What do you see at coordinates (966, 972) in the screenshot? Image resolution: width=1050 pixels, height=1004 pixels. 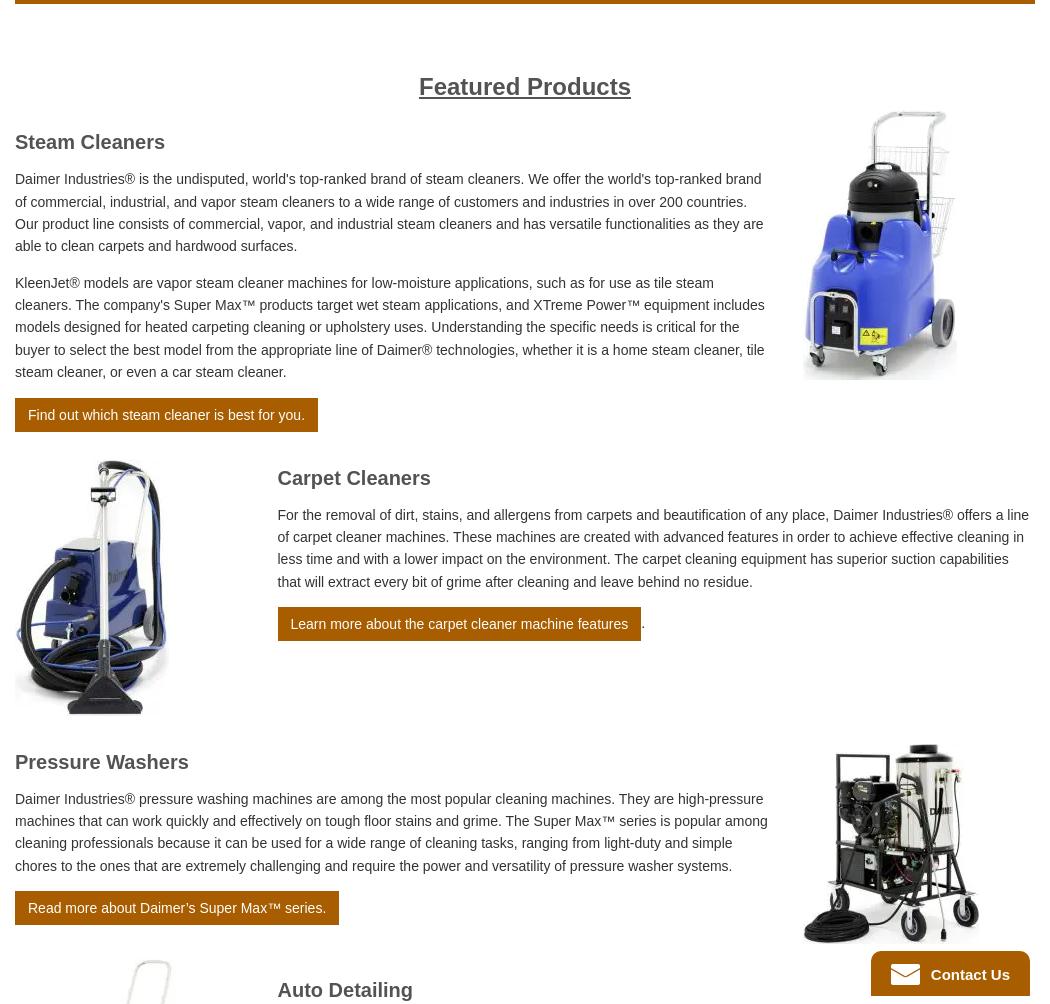 I see `'Contact Us'` at bounding box center [966, 972].